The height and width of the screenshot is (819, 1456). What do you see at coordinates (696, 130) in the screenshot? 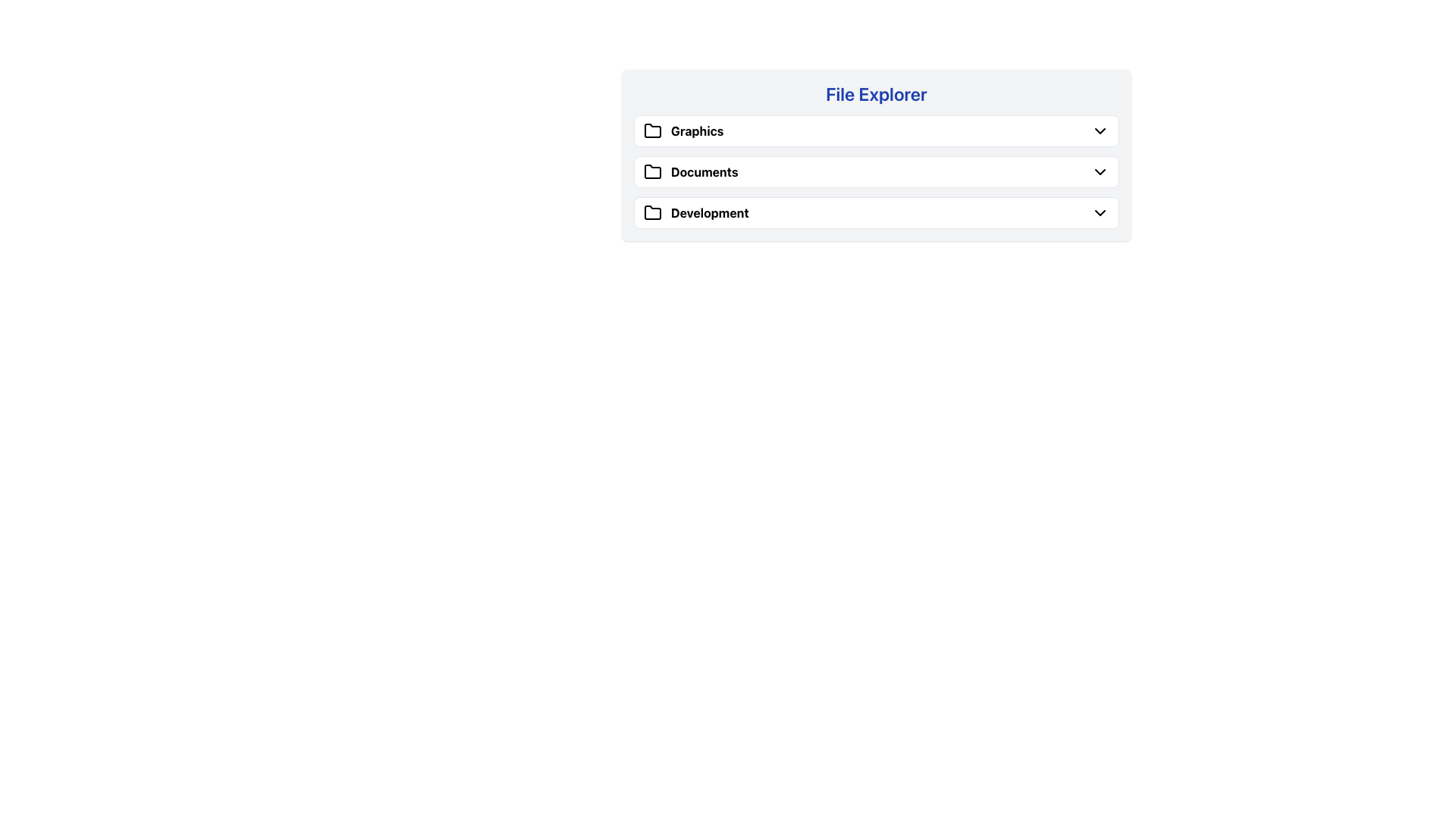
I see `the 'Graphics' text label in the file explorer` at bounding box center [696, 130].